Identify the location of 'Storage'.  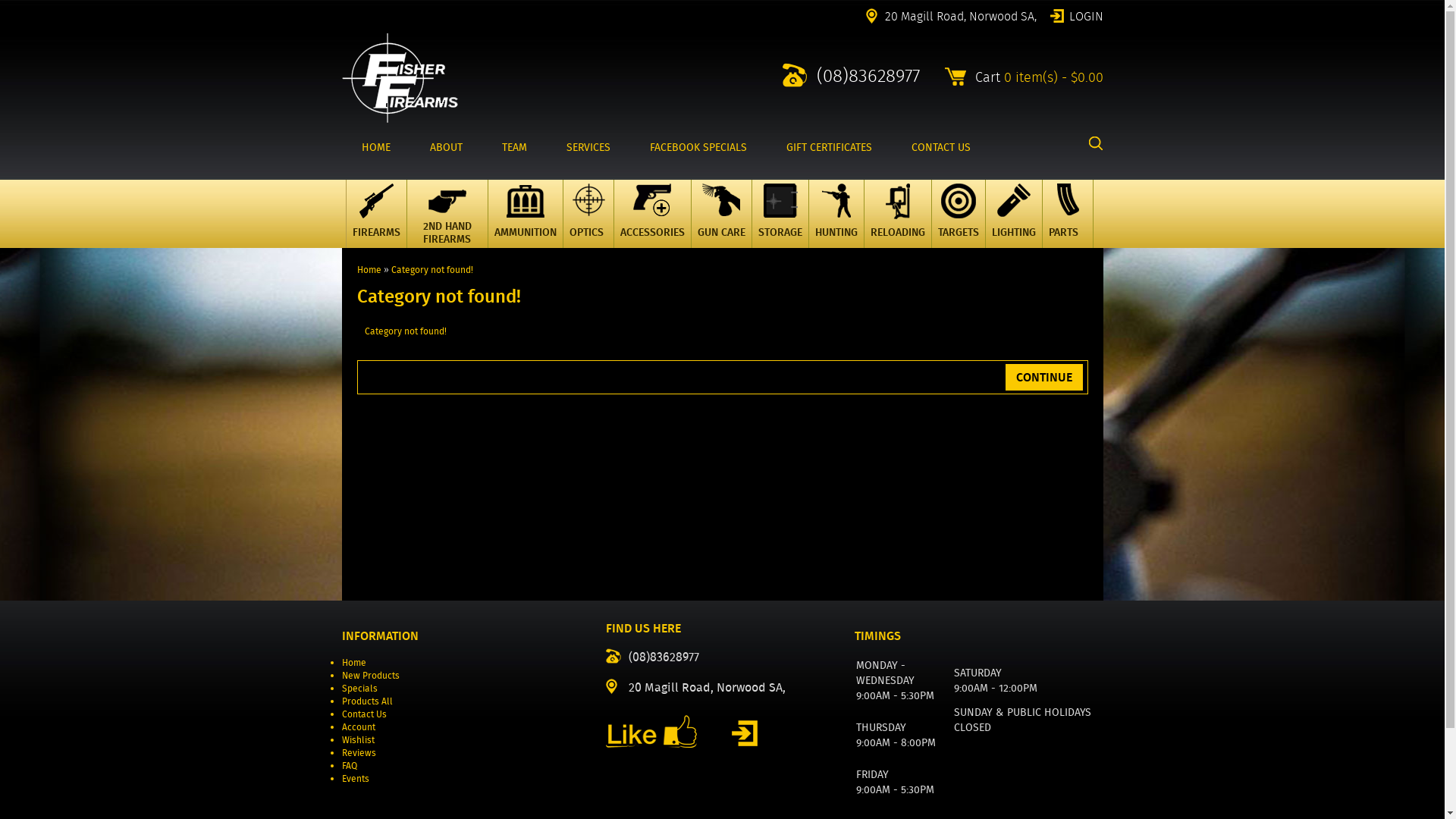
(780, 223).